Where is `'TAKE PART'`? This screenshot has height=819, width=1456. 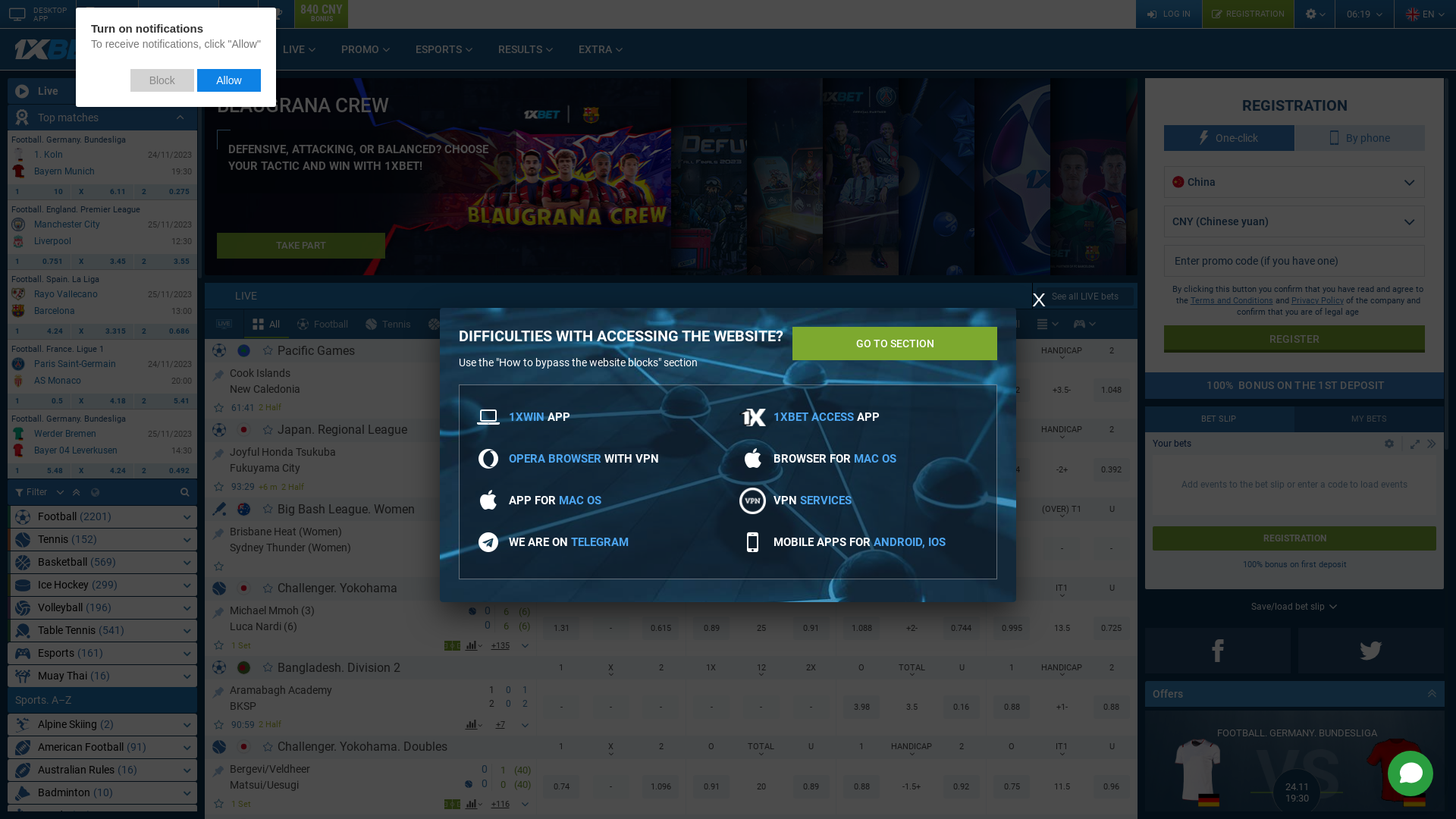 'TAKE PART' is located at coordinates (301, 245).